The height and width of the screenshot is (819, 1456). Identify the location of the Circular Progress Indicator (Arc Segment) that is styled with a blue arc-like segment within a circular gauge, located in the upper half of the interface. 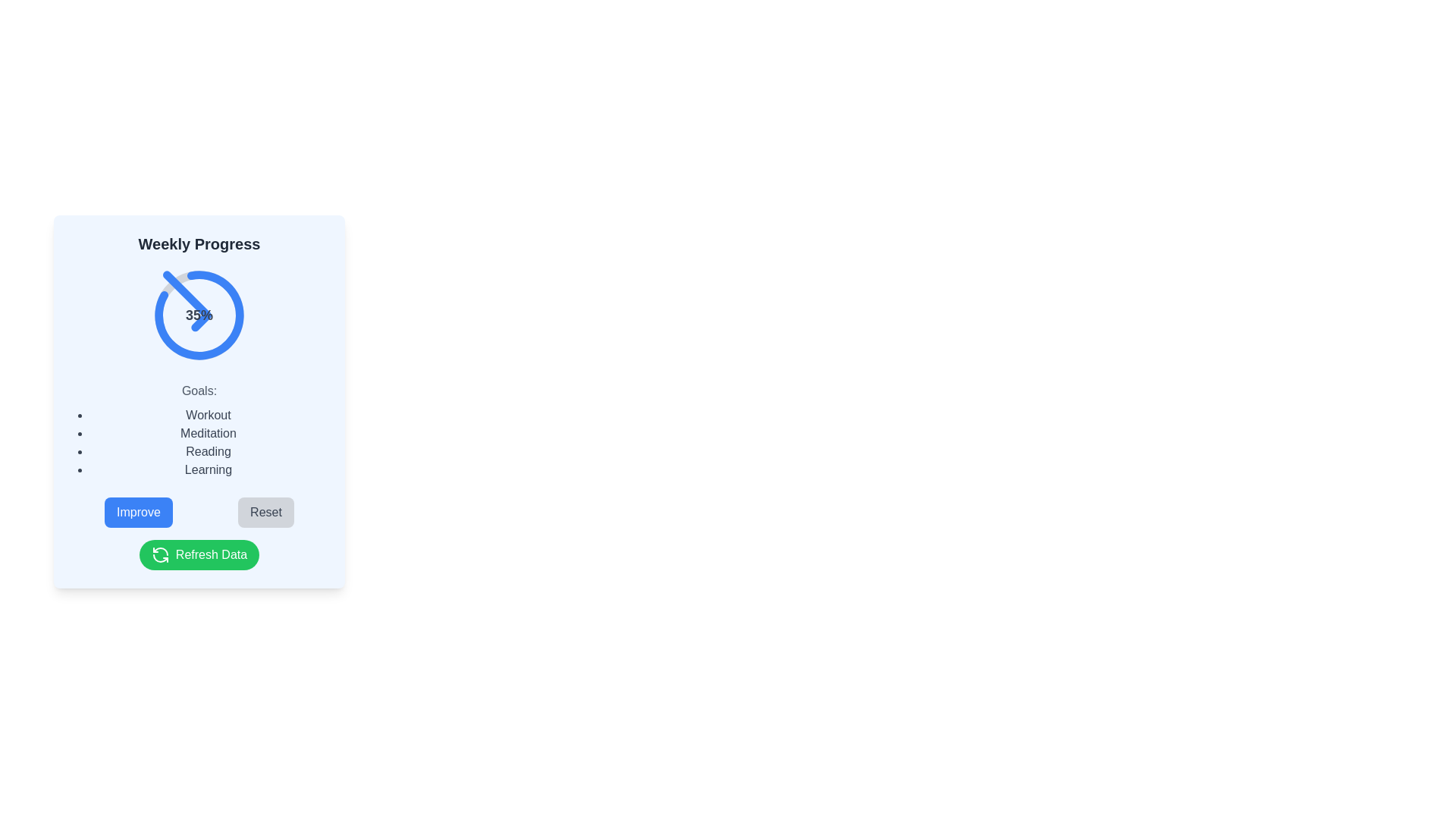
(199, 315).